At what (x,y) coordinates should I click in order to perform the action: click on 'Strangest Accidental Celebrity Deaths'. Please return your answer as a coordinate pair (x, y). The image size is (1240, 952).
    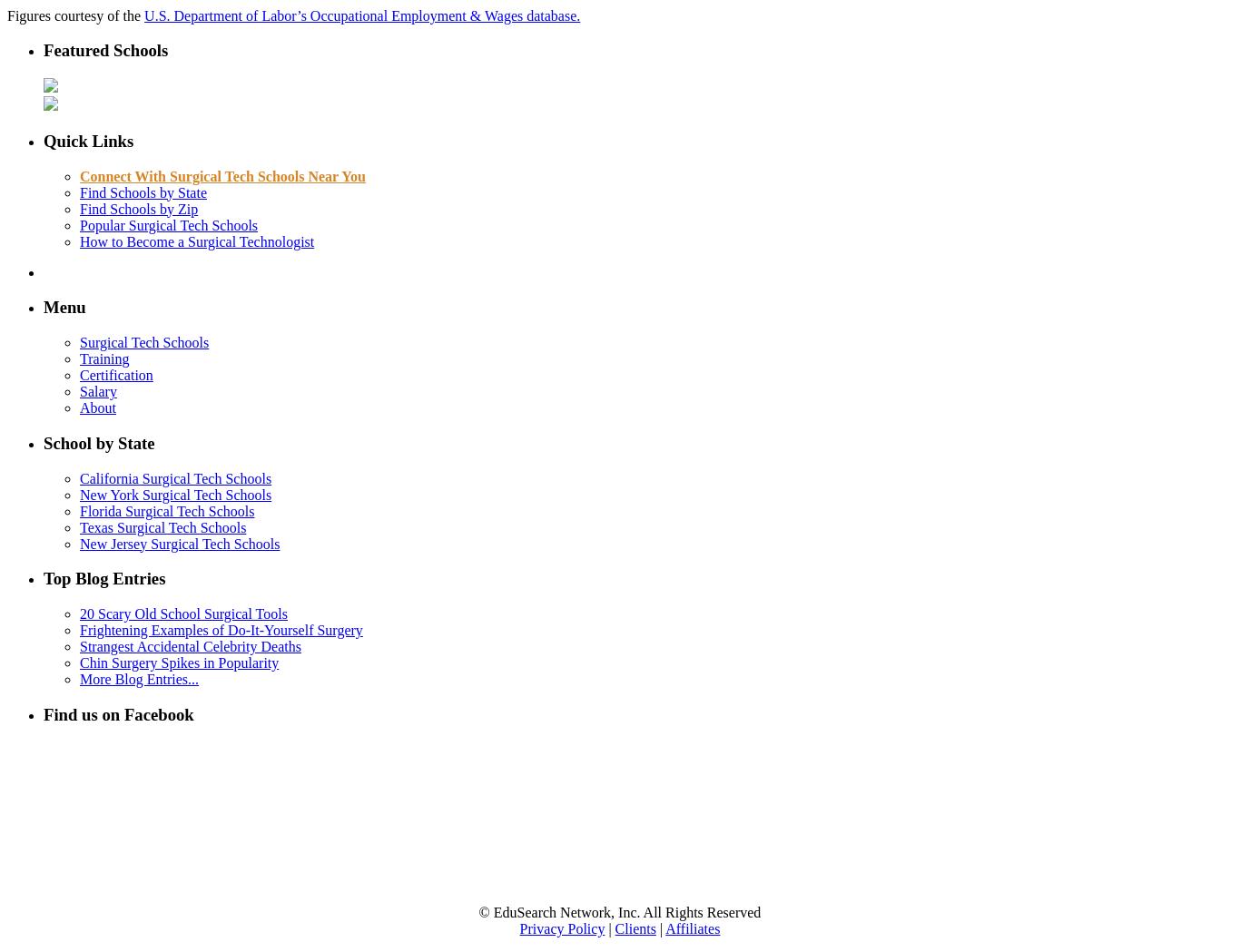
    Looking at the image, I should click on (189, 645).